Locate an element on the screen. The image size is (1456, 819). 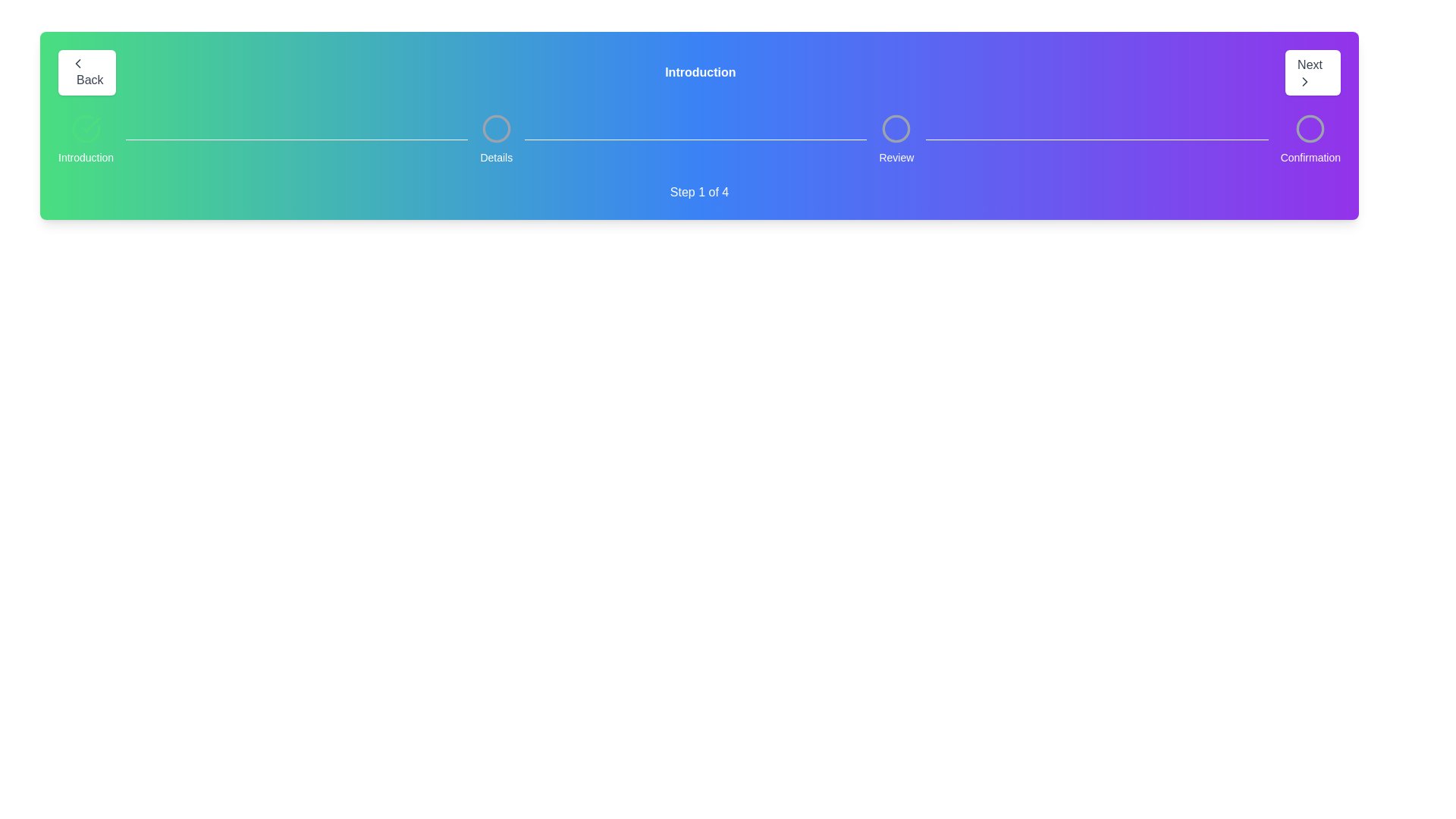
the chevron-shaped icon located to the left of the 'Back' text in the navigation bar is located at coordinates (77, 63).